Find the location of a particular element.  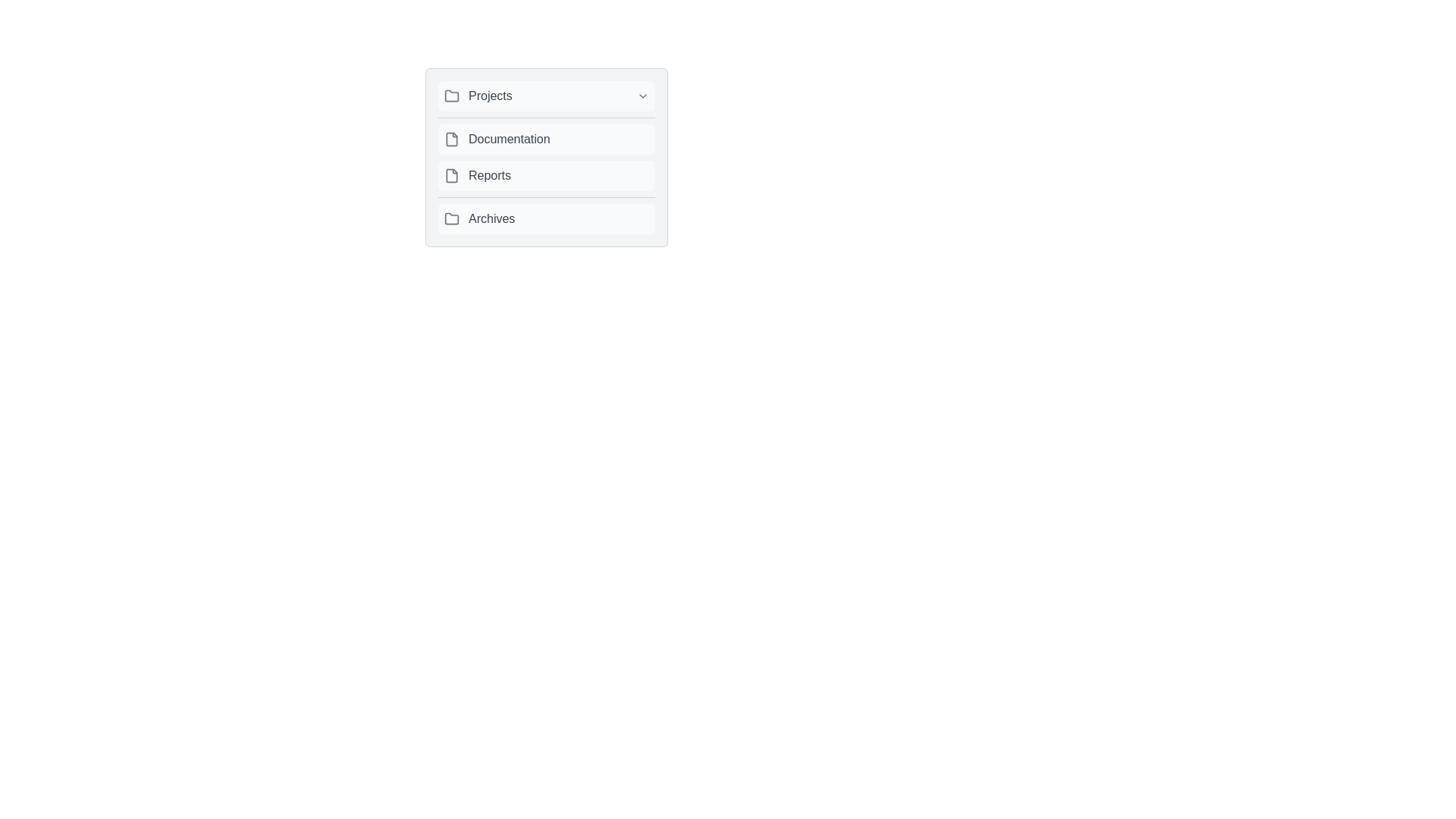

the 'Archives' text label located in the fourth item of the vertical list, positioned below 'Reports.' is located at coordinates (491, 219).